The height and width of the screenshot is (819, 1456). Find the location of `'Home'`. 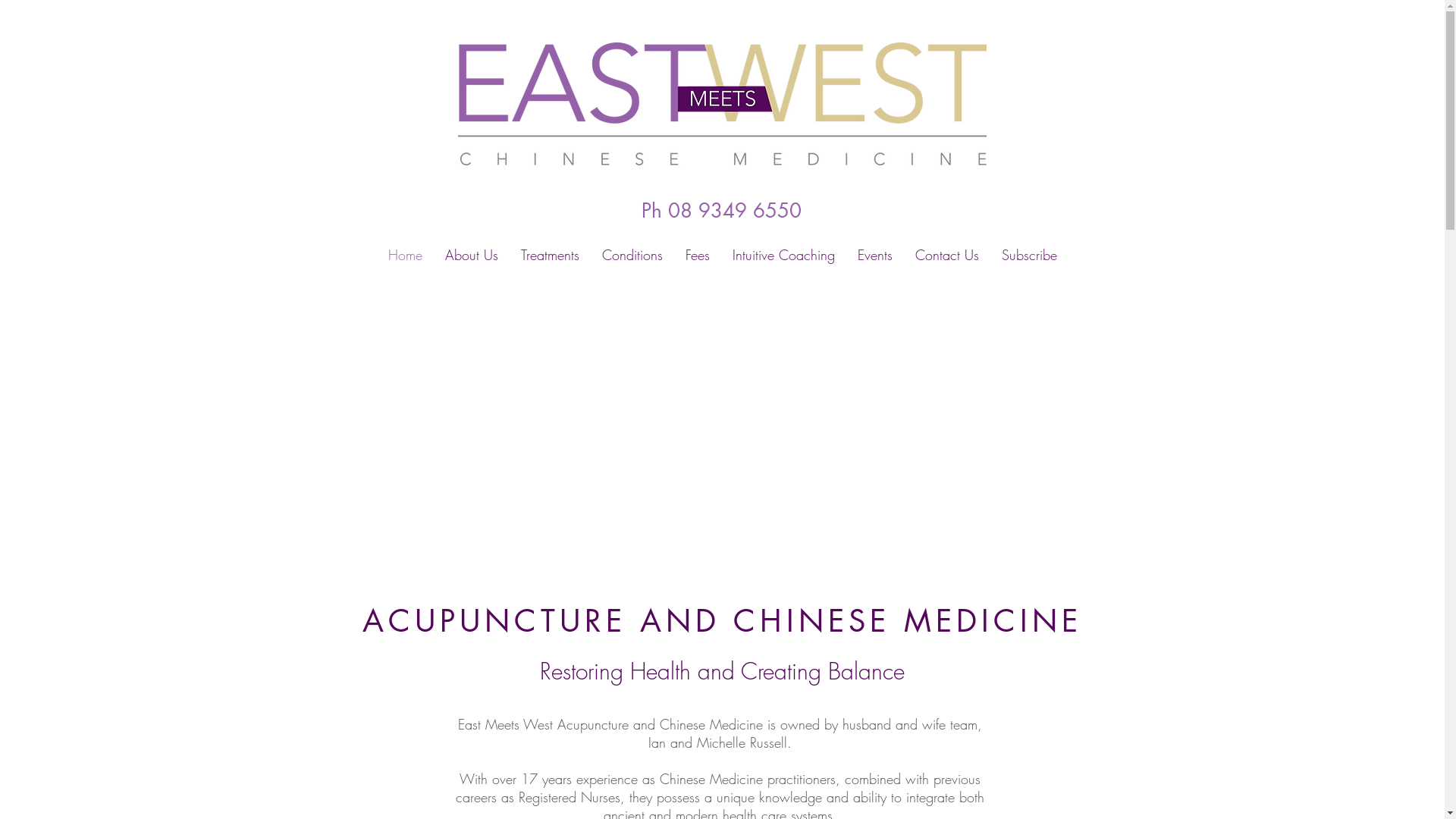

'Home' is located at coordinates (404, 253).